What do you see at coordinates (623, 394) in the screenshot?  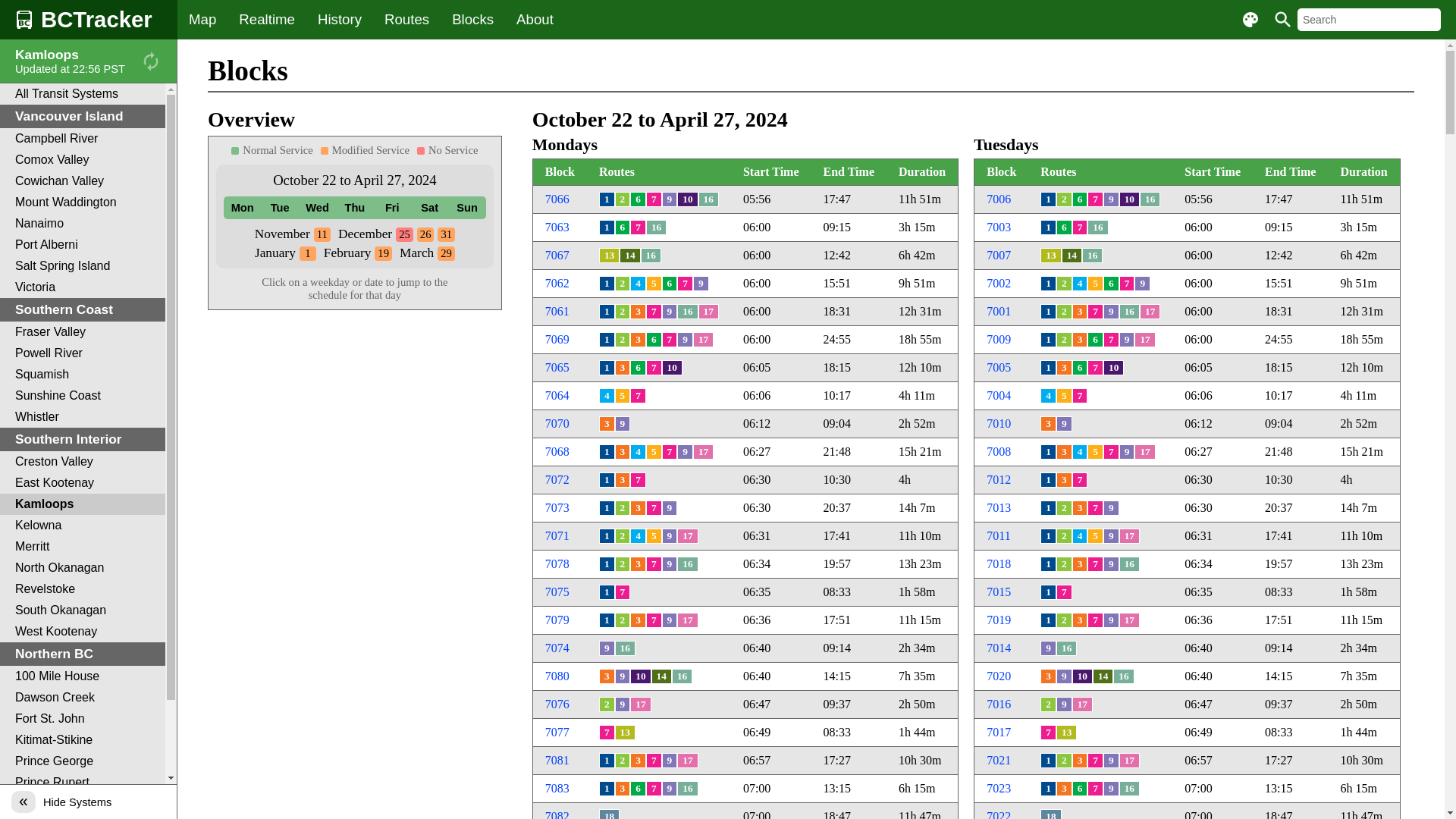 I see `'5'` at bounding box center [623, 394].